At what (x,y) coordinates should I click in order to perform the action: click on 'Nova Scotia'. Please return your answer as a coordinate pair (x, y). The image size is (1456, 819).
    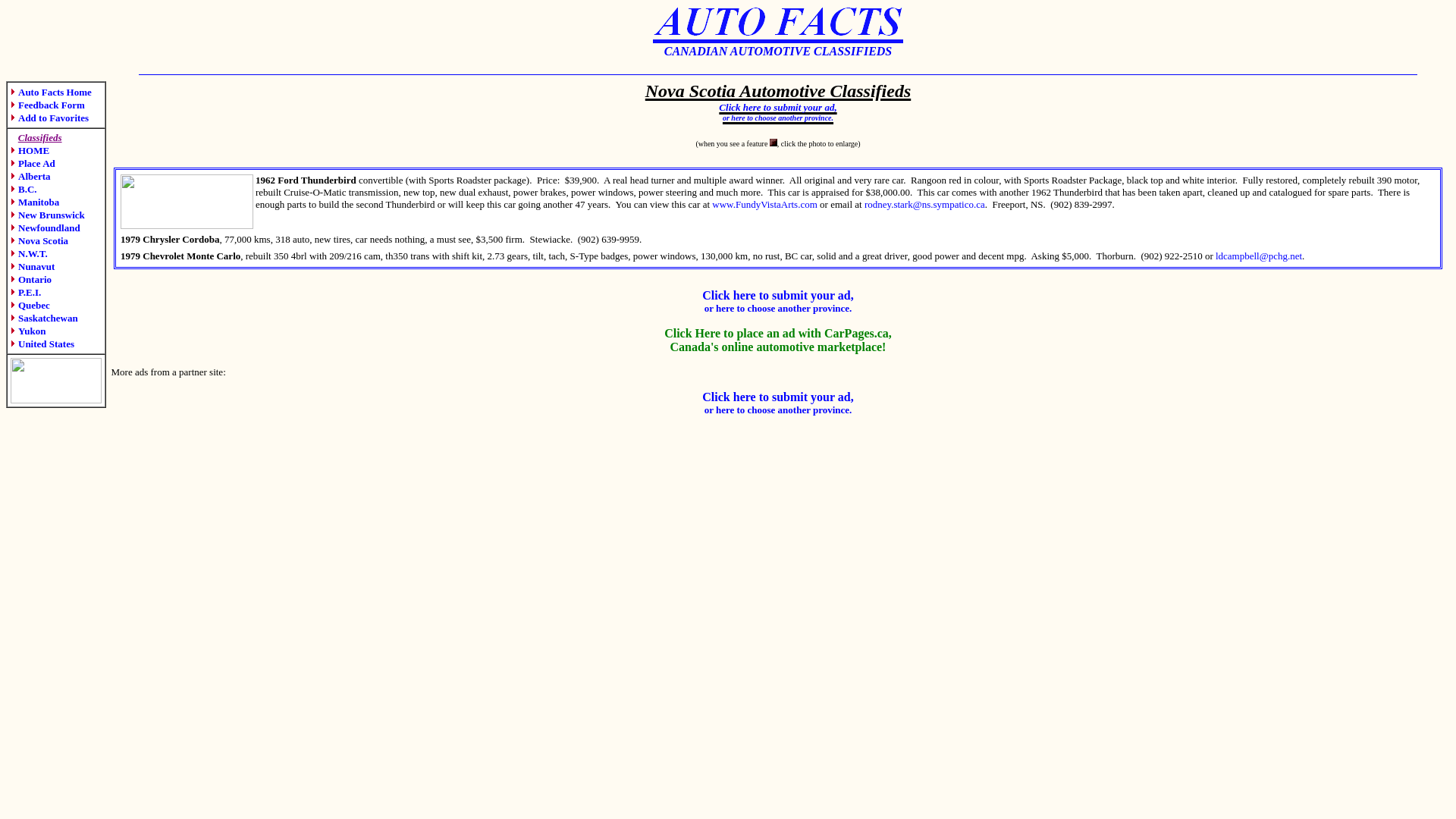
    Looking at the image, I should click on (39, 240).